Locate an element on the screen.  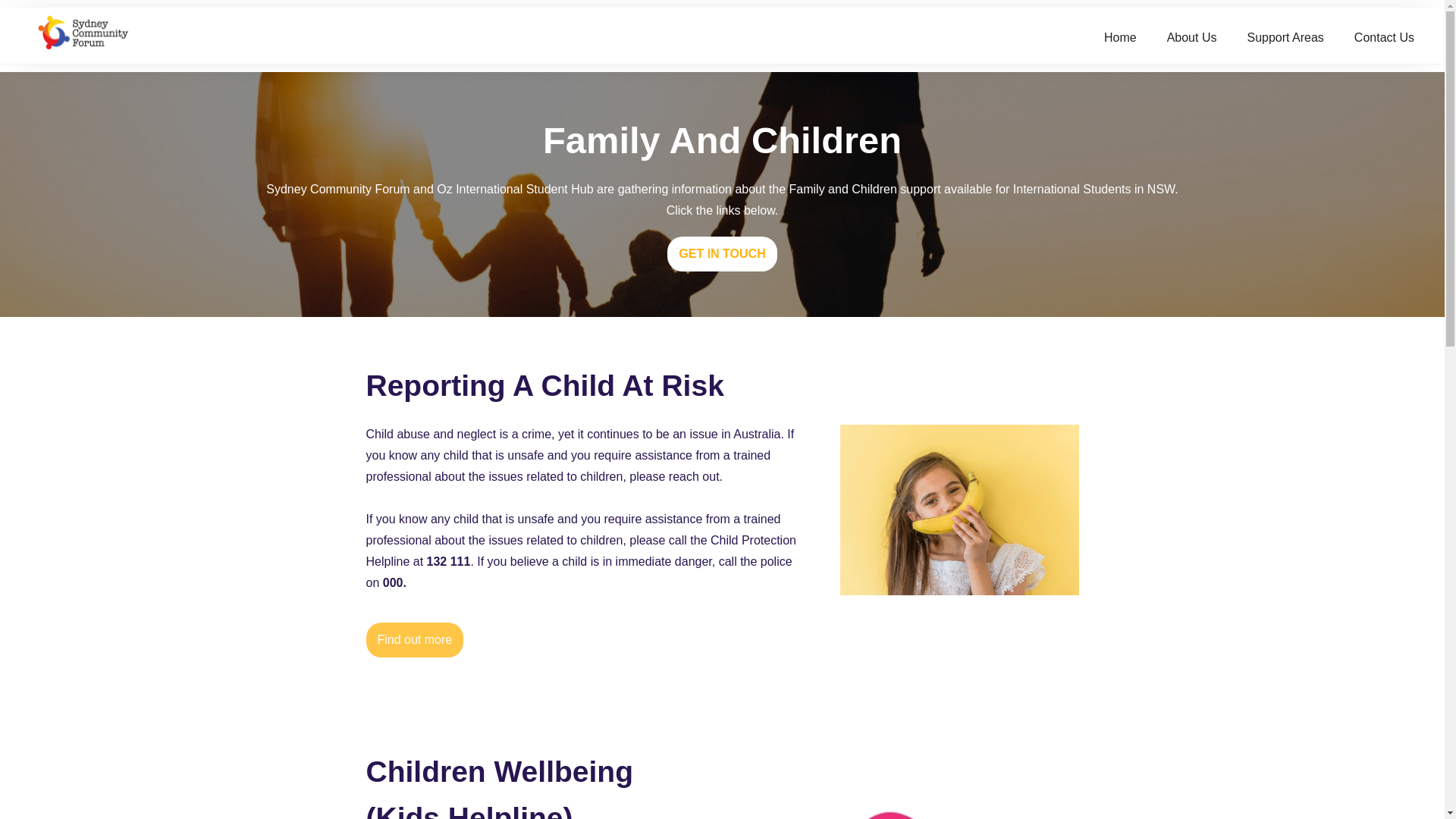
'Support Areas' is located at coordinates (1284, 37).